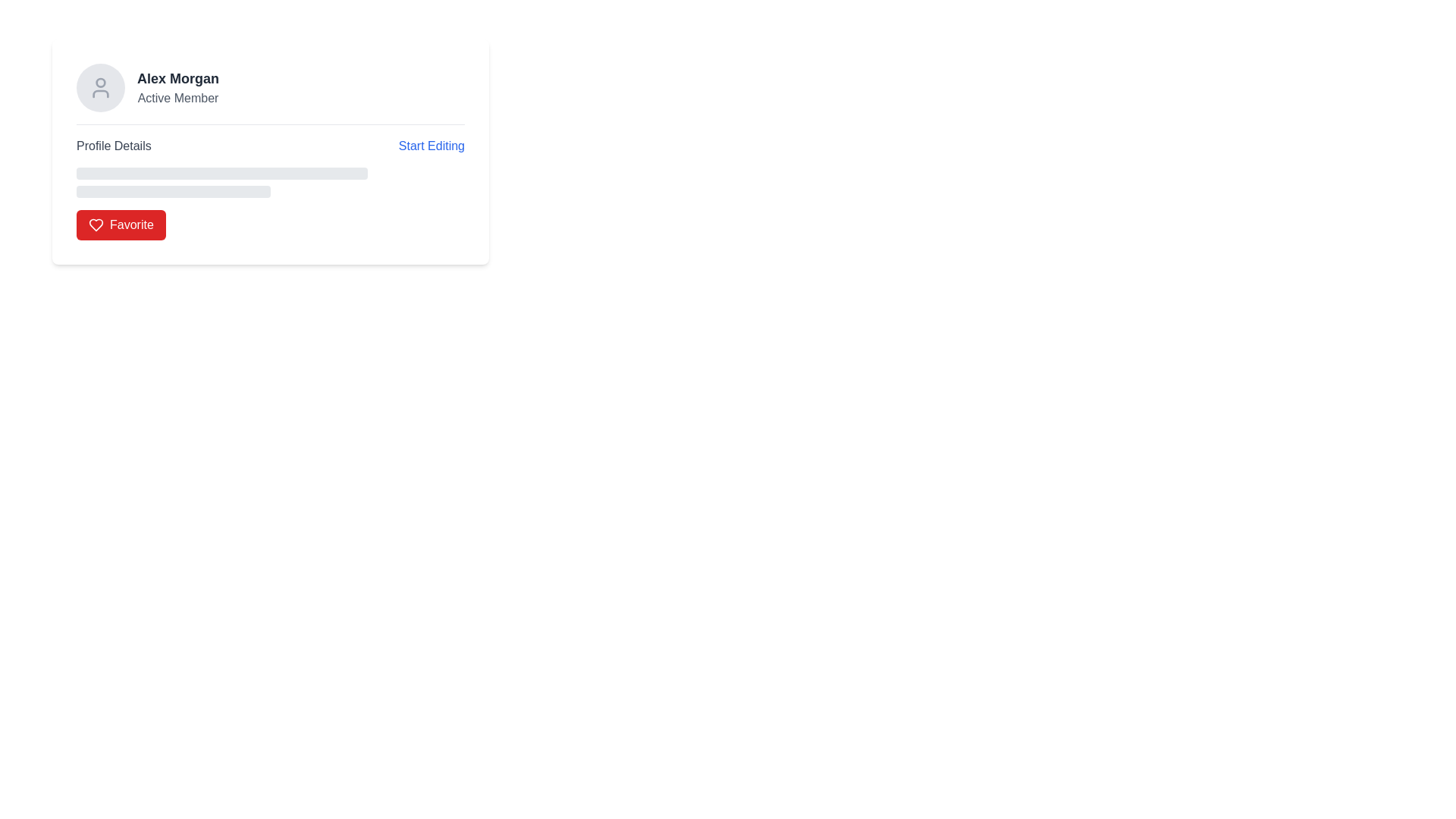 The width and height of the screenshot is (1456, 819). Describe the element at coordinates (100, 83) in the screenshot. I see `the small circle located inside the circular profile icon at the top-left corner of the user card` at that location.